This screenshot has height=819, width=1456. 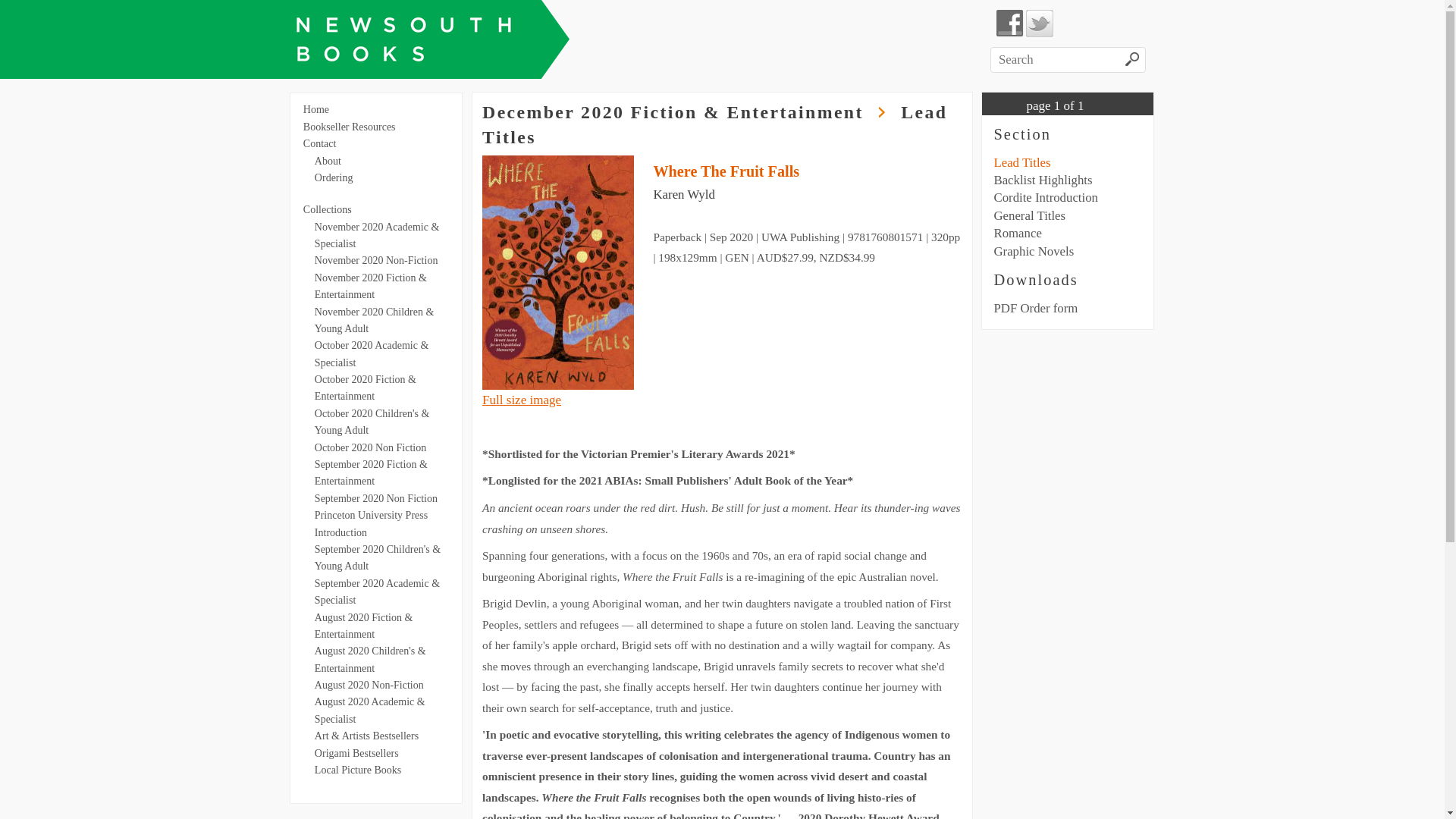 What do you see at coordinates (327, 209) in the screenshot?
I see `'Collections'` at bounding box center [327, 209].